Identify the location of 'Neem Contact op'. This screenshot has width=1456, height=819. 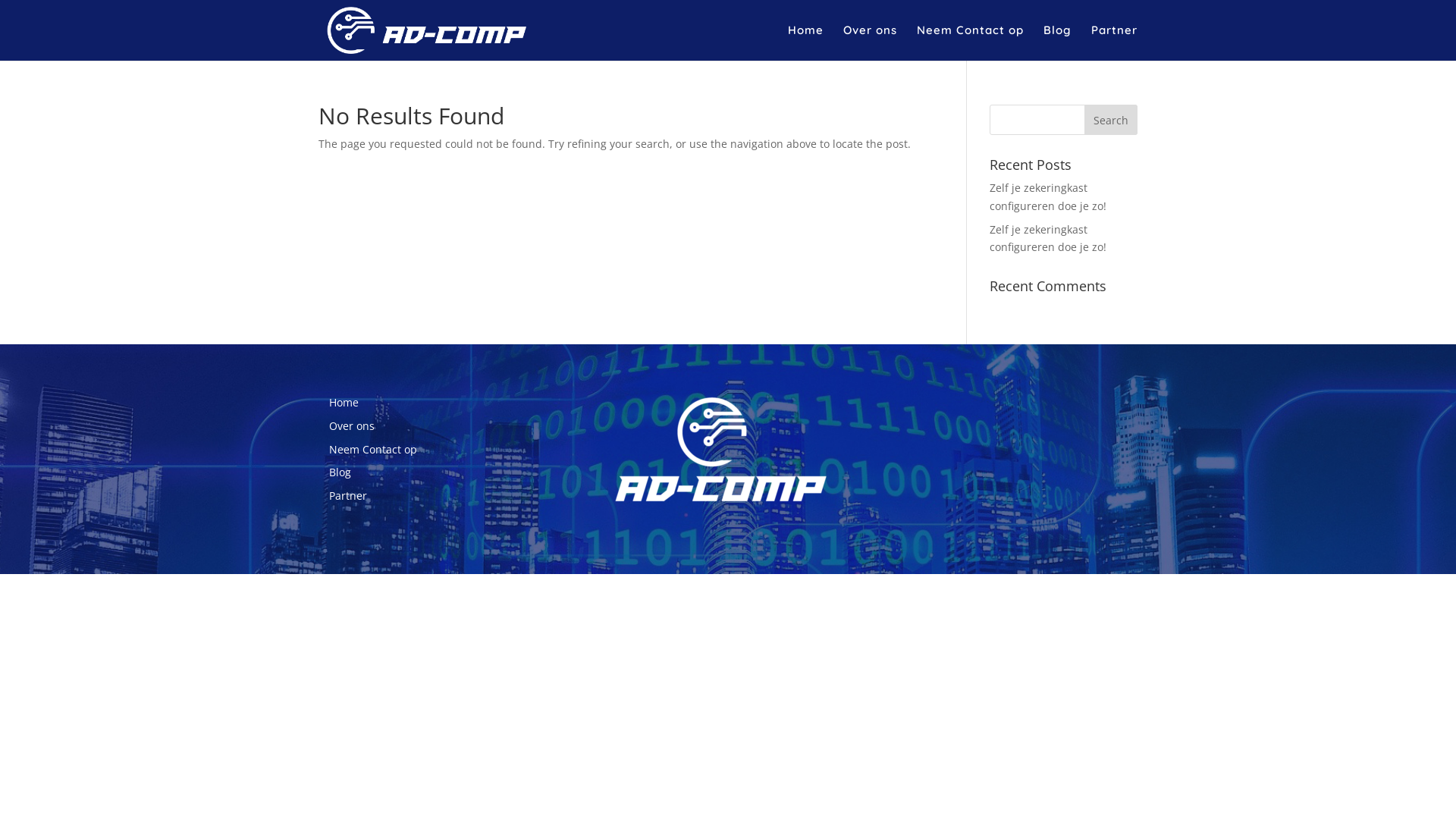
(372, 448).